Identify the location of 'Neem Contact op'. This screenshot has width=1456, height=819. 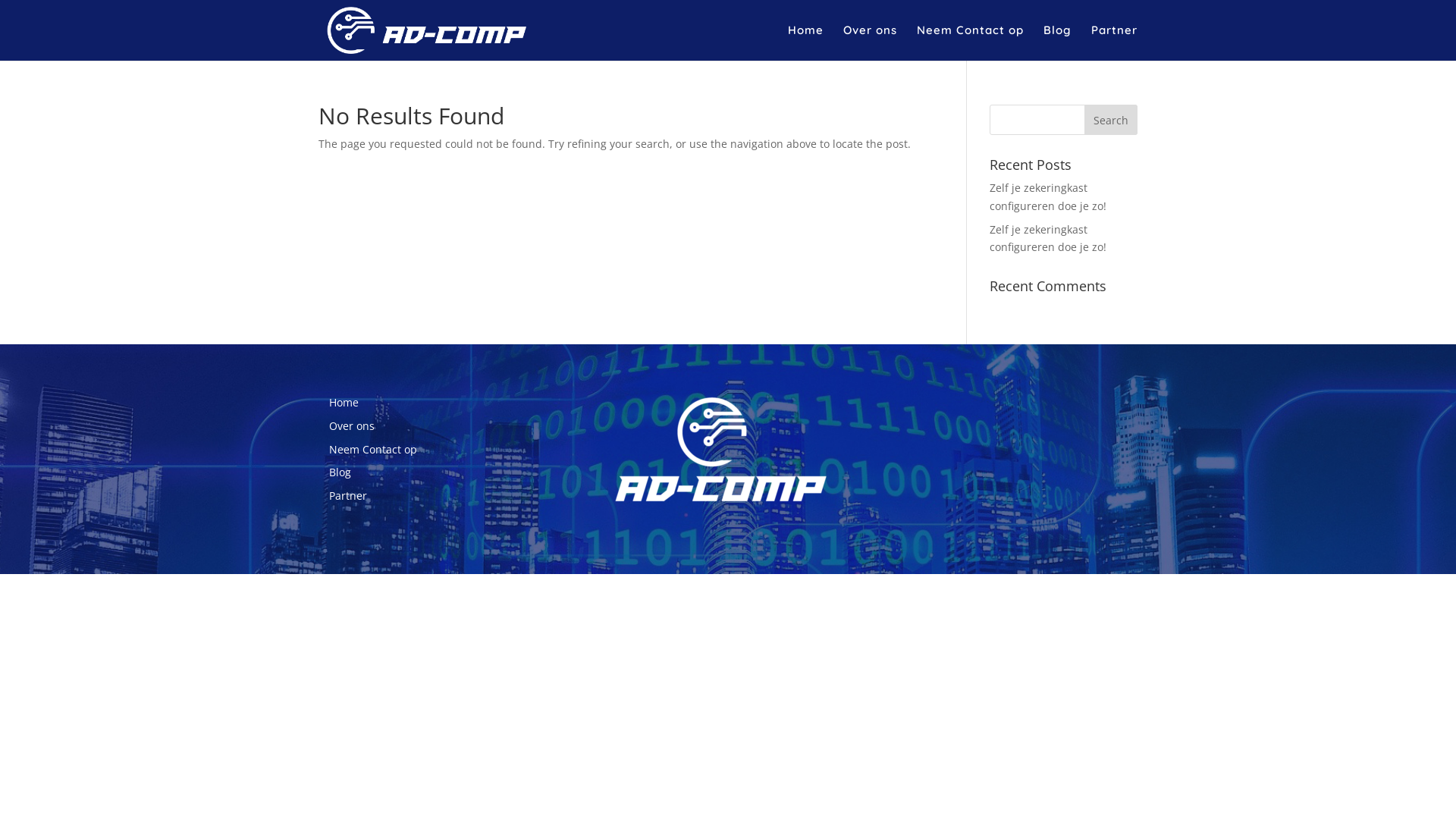
(372, 448).